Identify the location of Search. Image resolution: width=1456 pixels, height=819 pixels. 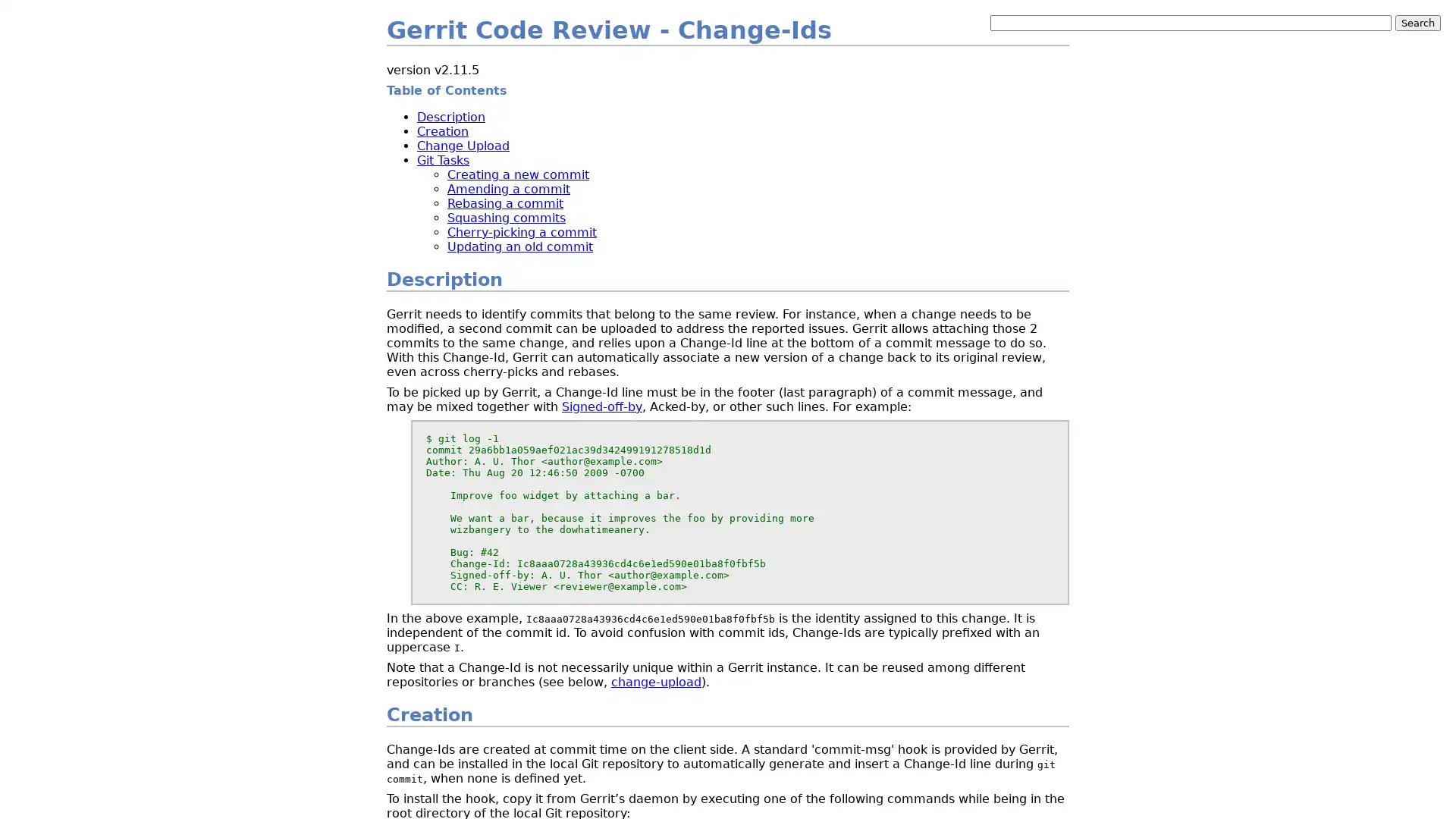
(1417, 23).